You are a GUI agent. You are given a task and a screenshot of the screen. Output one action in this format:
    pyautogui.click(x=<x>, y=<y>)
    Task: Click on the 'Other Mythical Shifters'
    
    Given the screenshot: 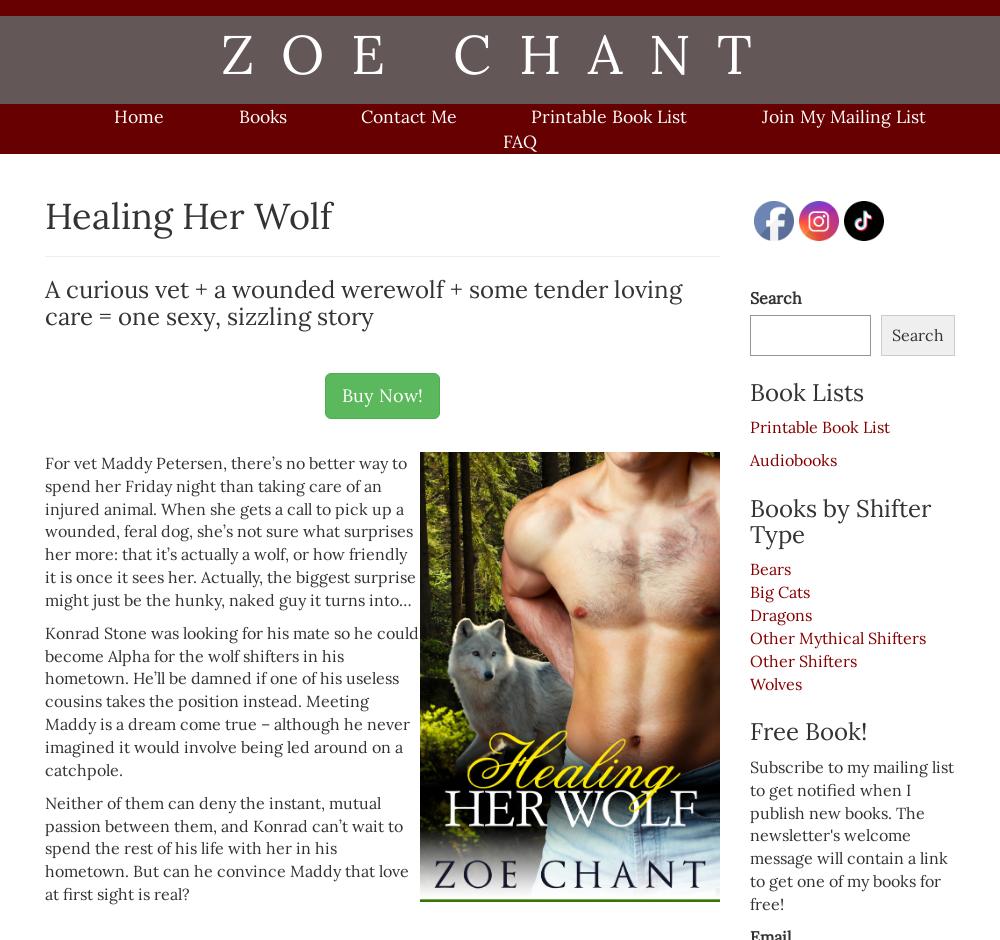 What is the action you would take?
    pyautogui.click(x=750, y=637)
    